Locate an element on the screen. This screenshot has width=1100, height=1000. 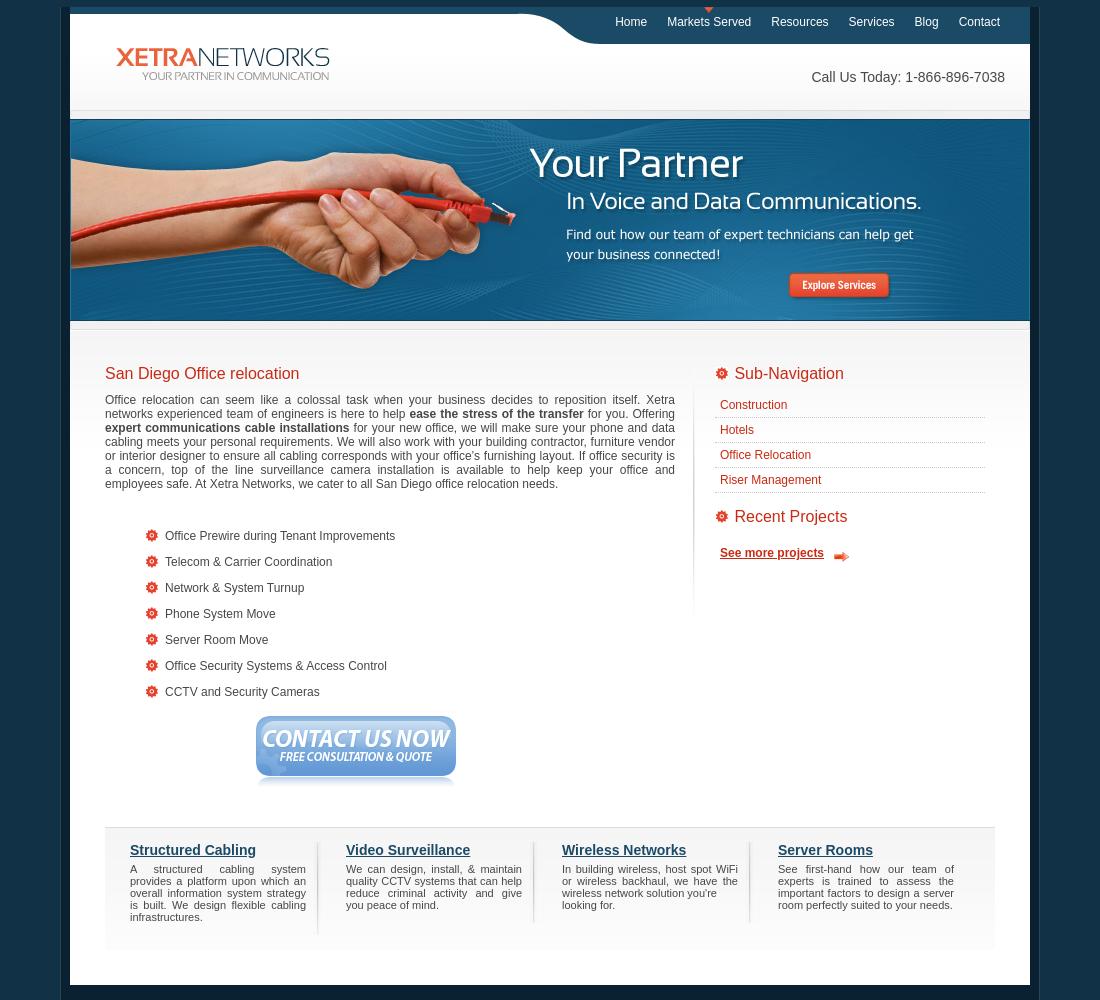
'for you. Offering' is located at coordinates (628, 413).